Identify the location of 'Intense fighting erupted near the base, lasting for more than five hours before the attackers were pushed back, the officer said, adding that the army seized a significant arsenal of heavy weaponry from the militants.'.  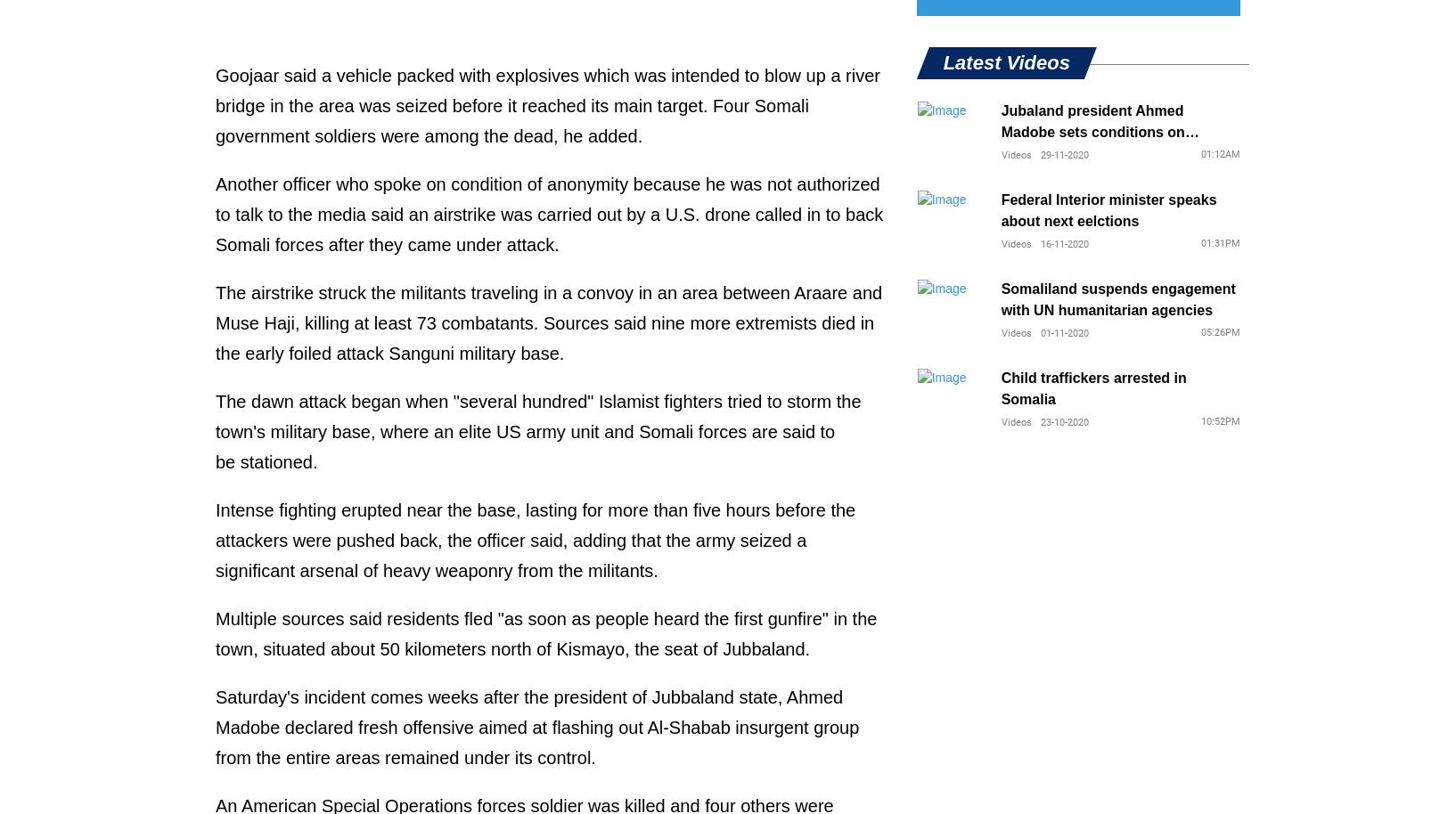
(535, 539).